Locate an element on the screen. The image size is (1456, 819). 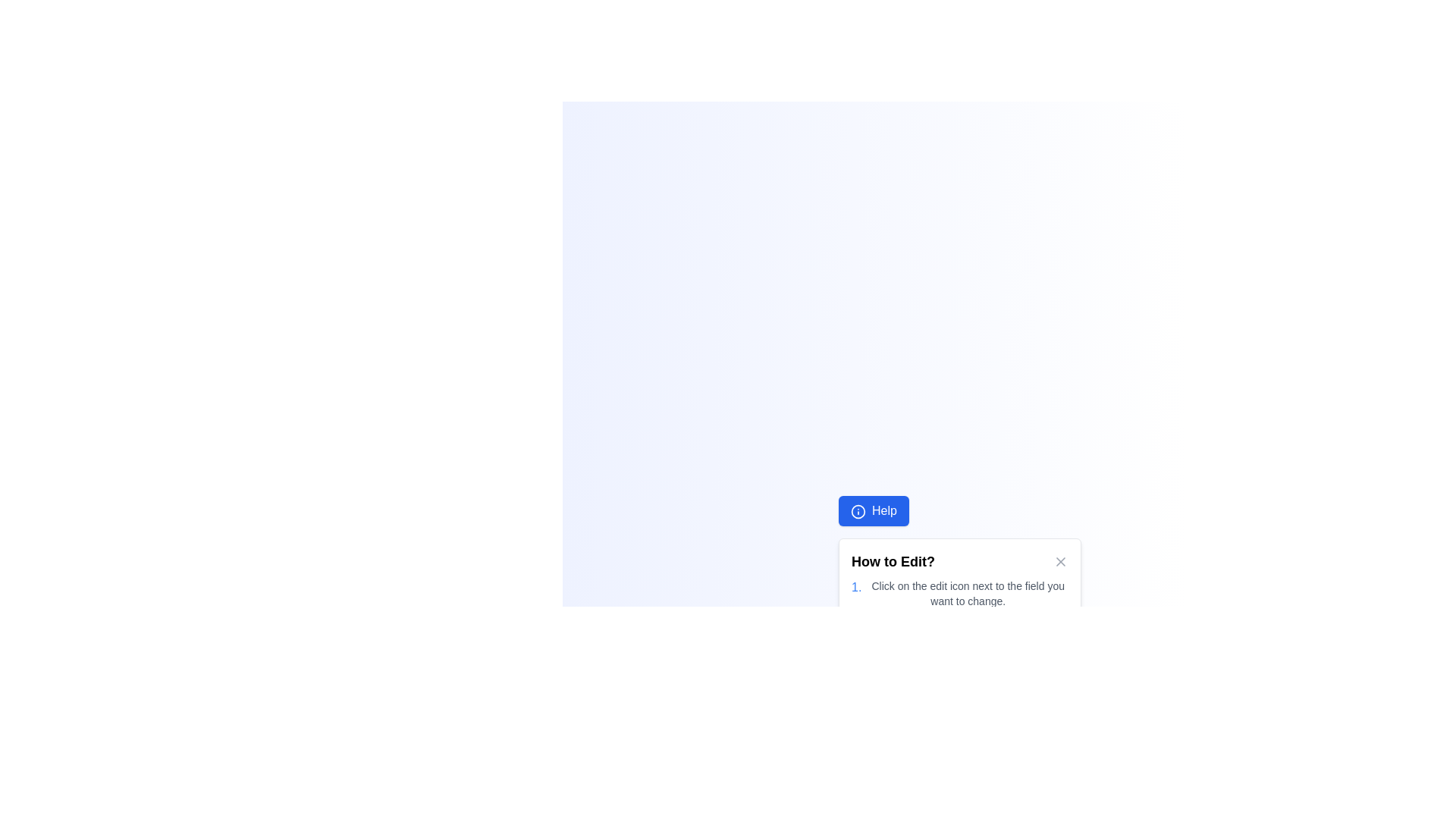
the 'info' icon located within the blue 'Help' button at the bottom-right corner of the interface is located at coordinates (858, 511).